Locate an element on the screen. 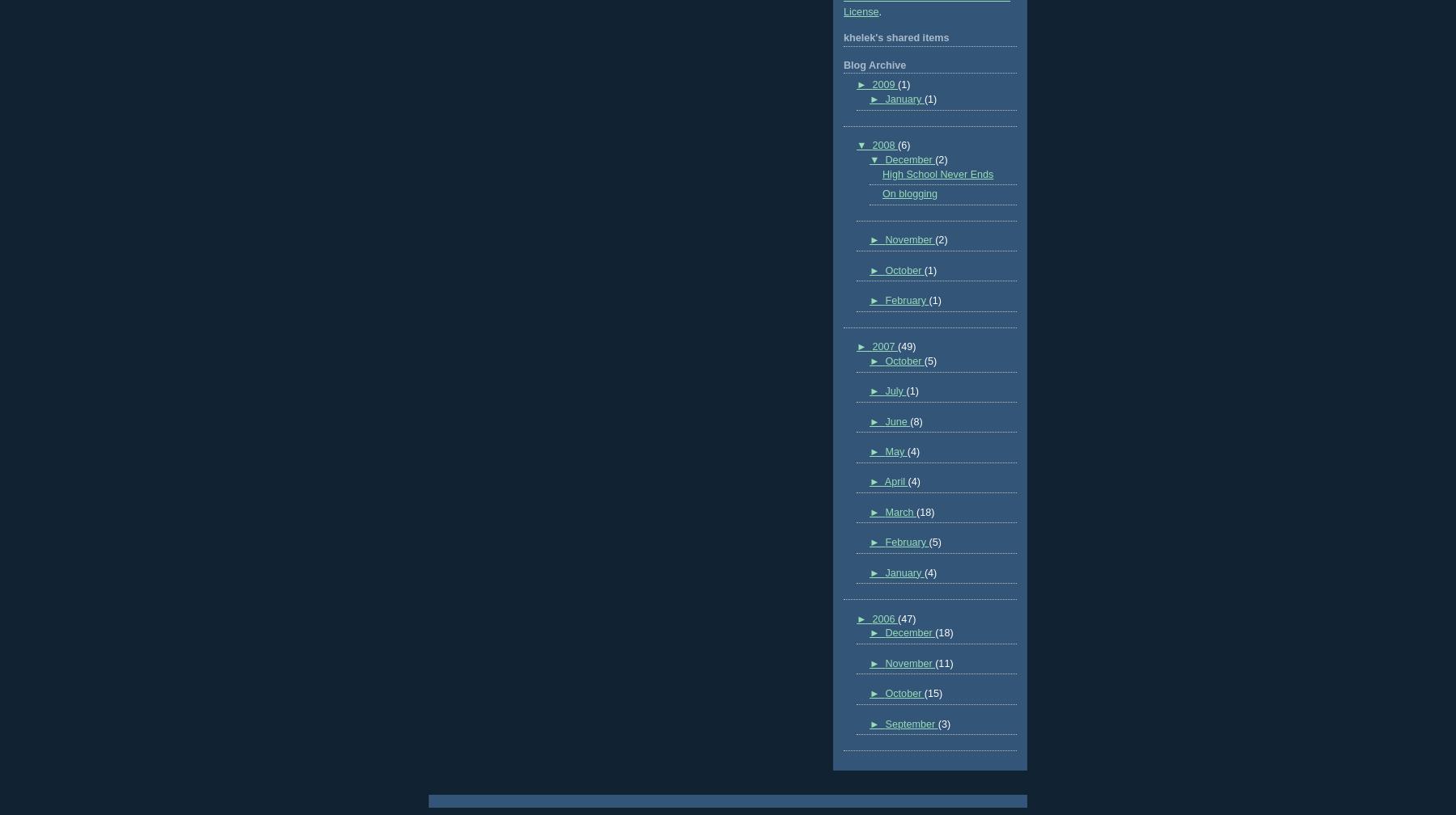 The height and width of the screenshot is (815, 1456). 'May' is located at coordinates (895, 452).